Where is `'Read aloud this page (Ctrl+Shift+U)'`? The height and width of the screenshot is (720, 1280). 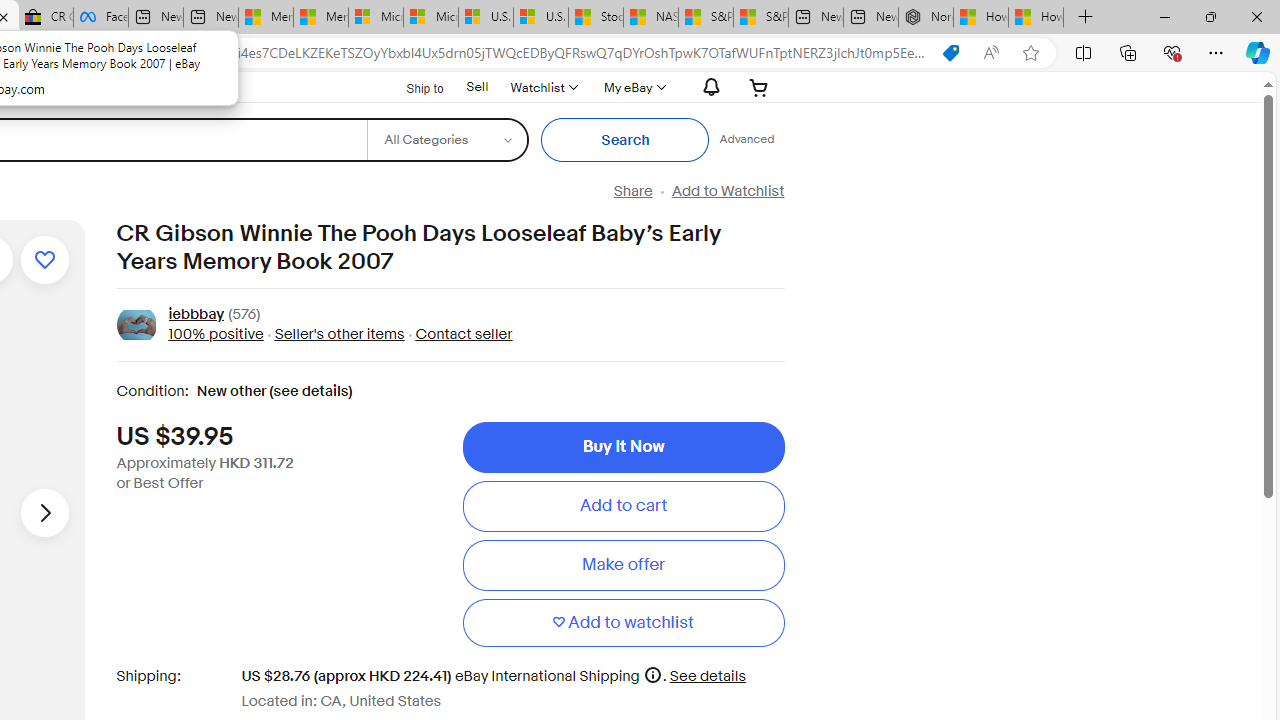 'Read aloud this page (Ctrl+Shift+U)' is located at coordinates (991, 52).